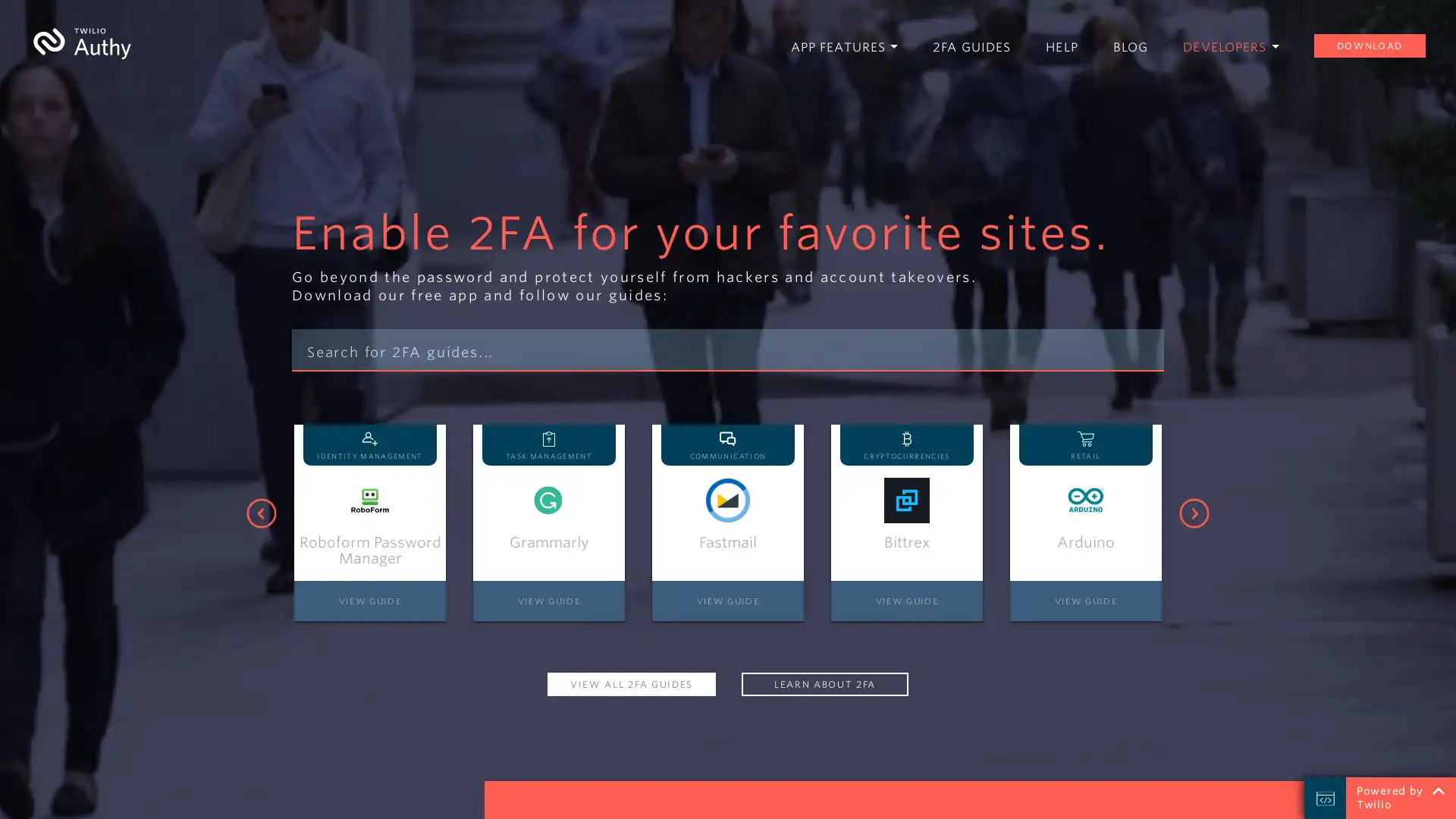 This screenshot has width=1456, height=819. Describe the element at coordinates (1193, 513) in the screenshot. I see `Next` at that location.